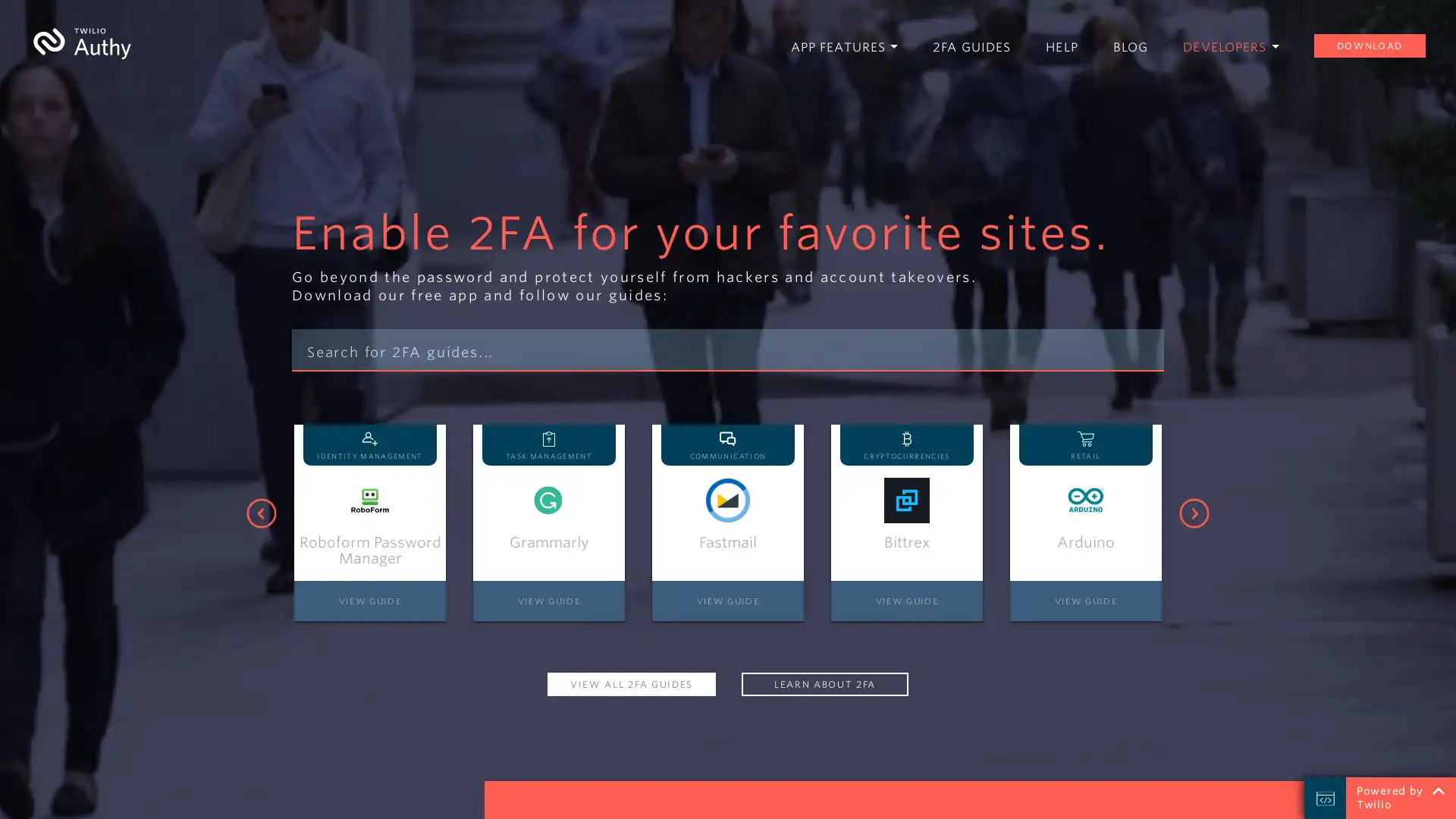 This screenshot has width=1456, height=819. Describe the element at coordinates (1193, 513) in the screenshot. I see `Next` at that location.